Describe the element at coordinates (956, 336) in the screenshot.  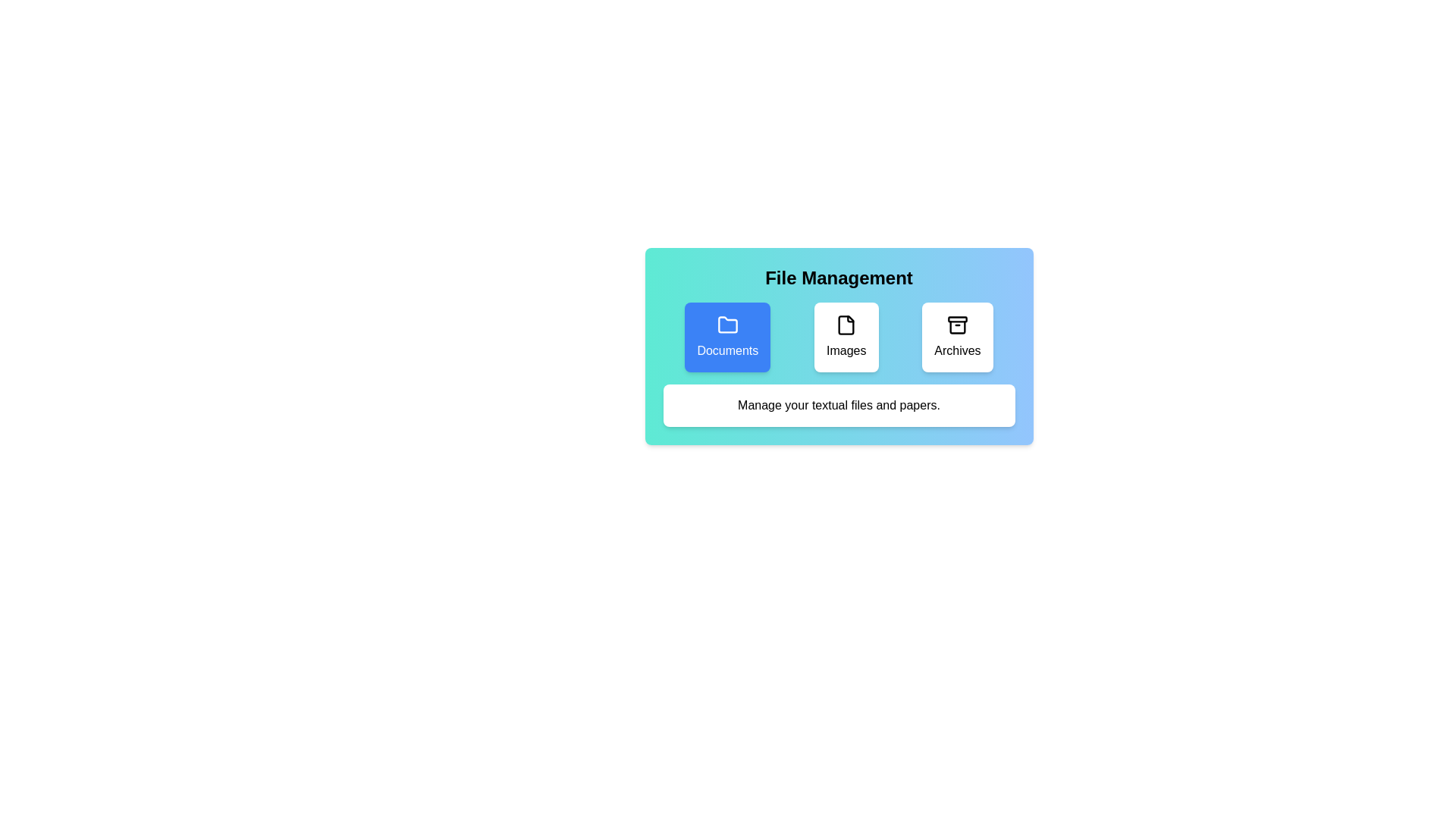
I see `the button corresponding to the category Archives to select it` at that location.